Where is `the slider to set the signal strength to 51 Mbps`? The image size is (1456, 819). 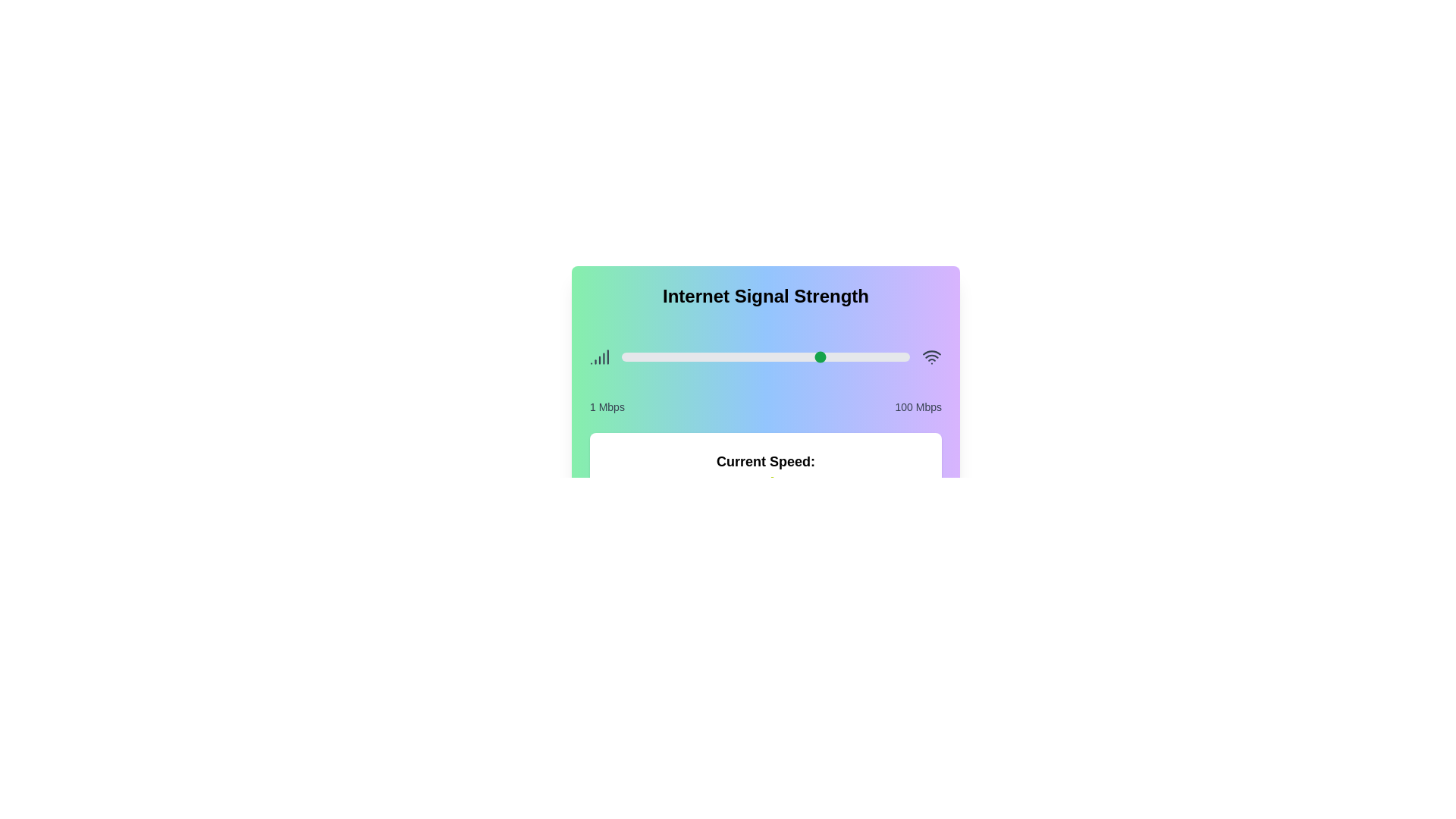
the slider to set the signal strength to 51 Mbps is located at coordinates (767, 356).